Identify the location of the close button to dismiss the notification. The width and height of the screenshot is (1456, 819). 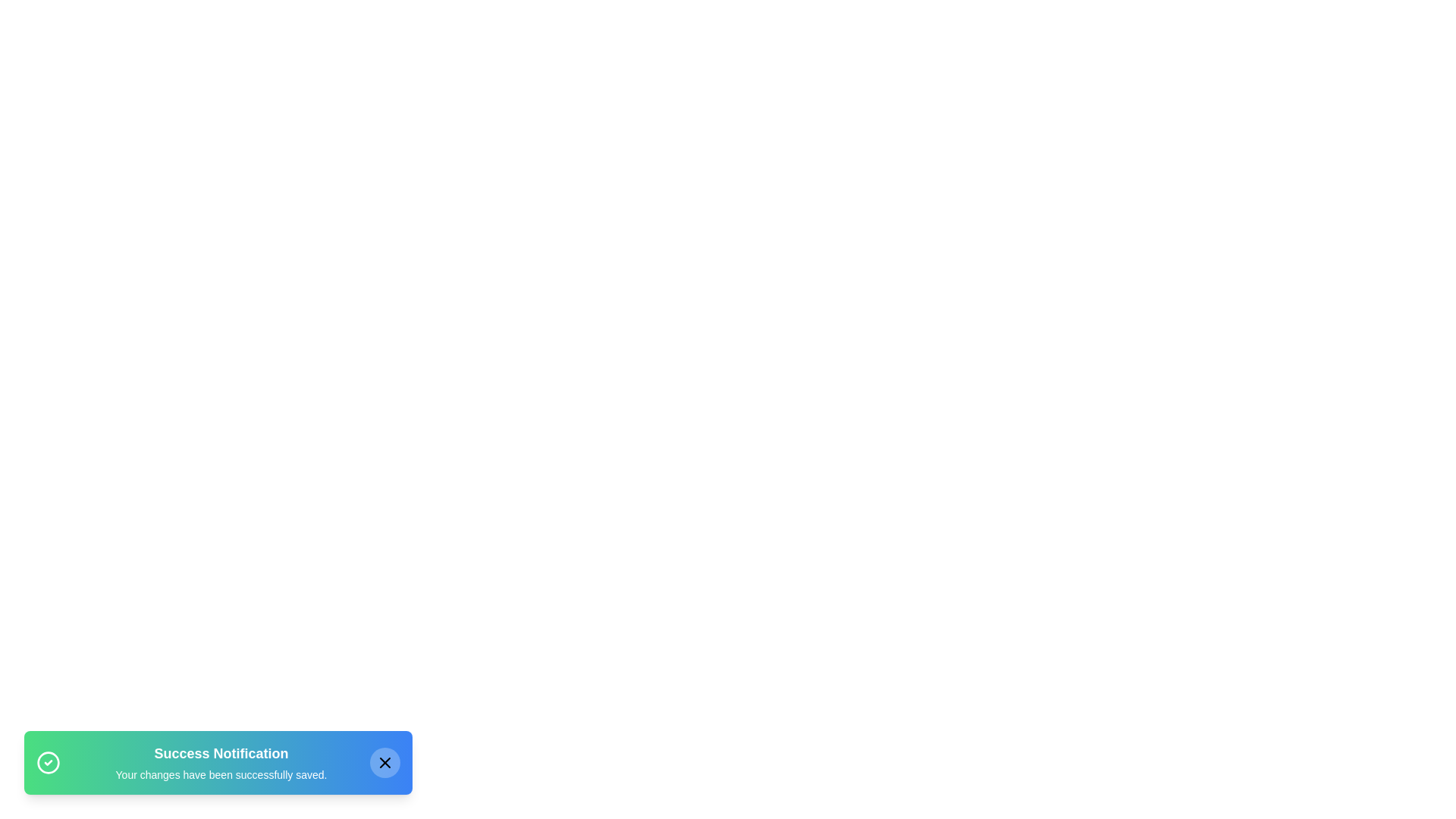
(385, 763).